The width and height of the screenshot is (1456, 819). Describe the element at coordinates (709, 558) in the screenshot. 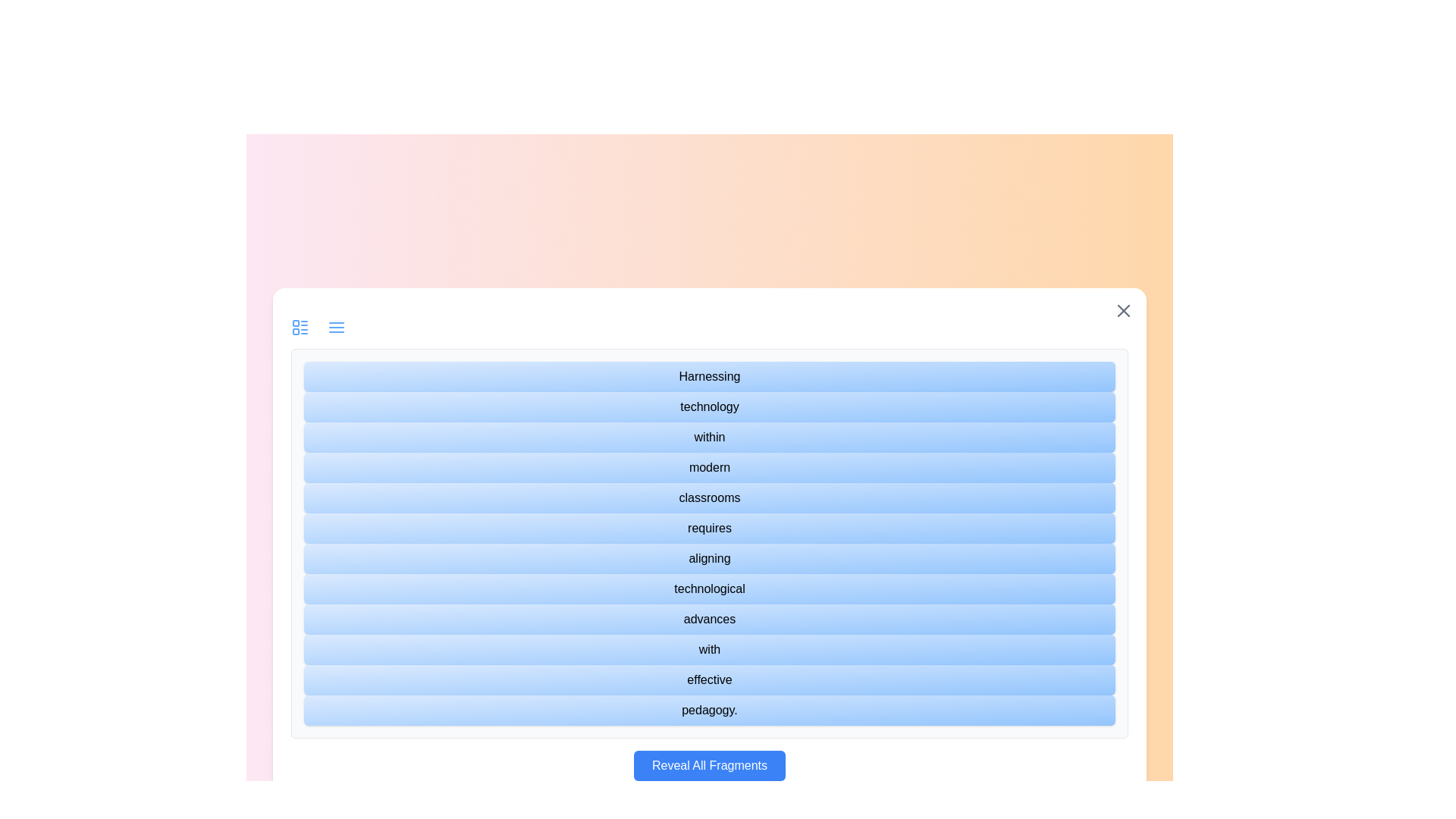

I see `the text fragment labeled 'aligning'` at that location.